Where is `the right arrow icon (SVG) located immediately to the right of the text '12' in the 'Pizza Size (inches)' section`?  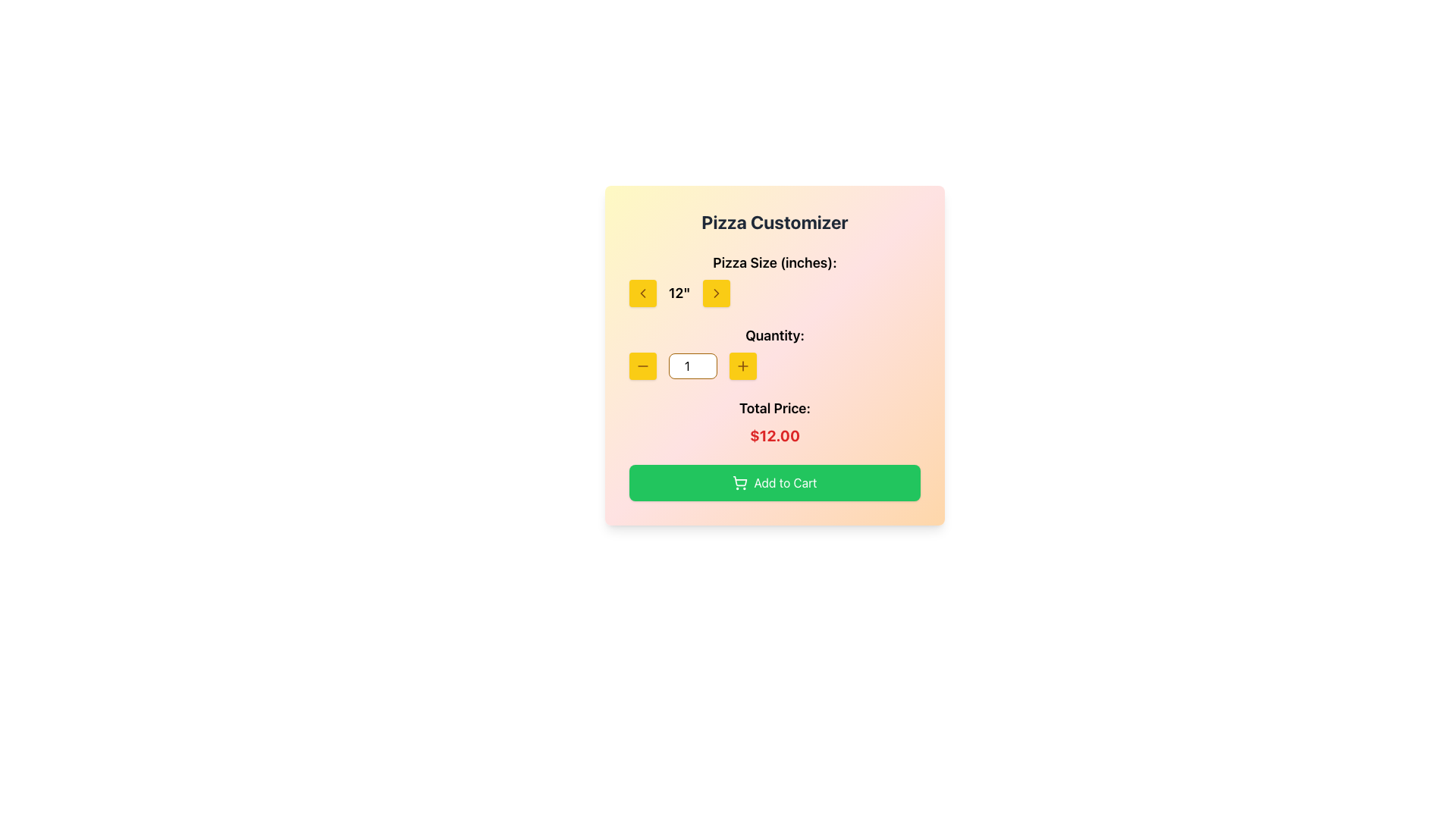
the right arrow icon (SVG) located immediately to the right of the text '12' in the 'Pizza Size (inches)' section is located at coordinates (715, 293).